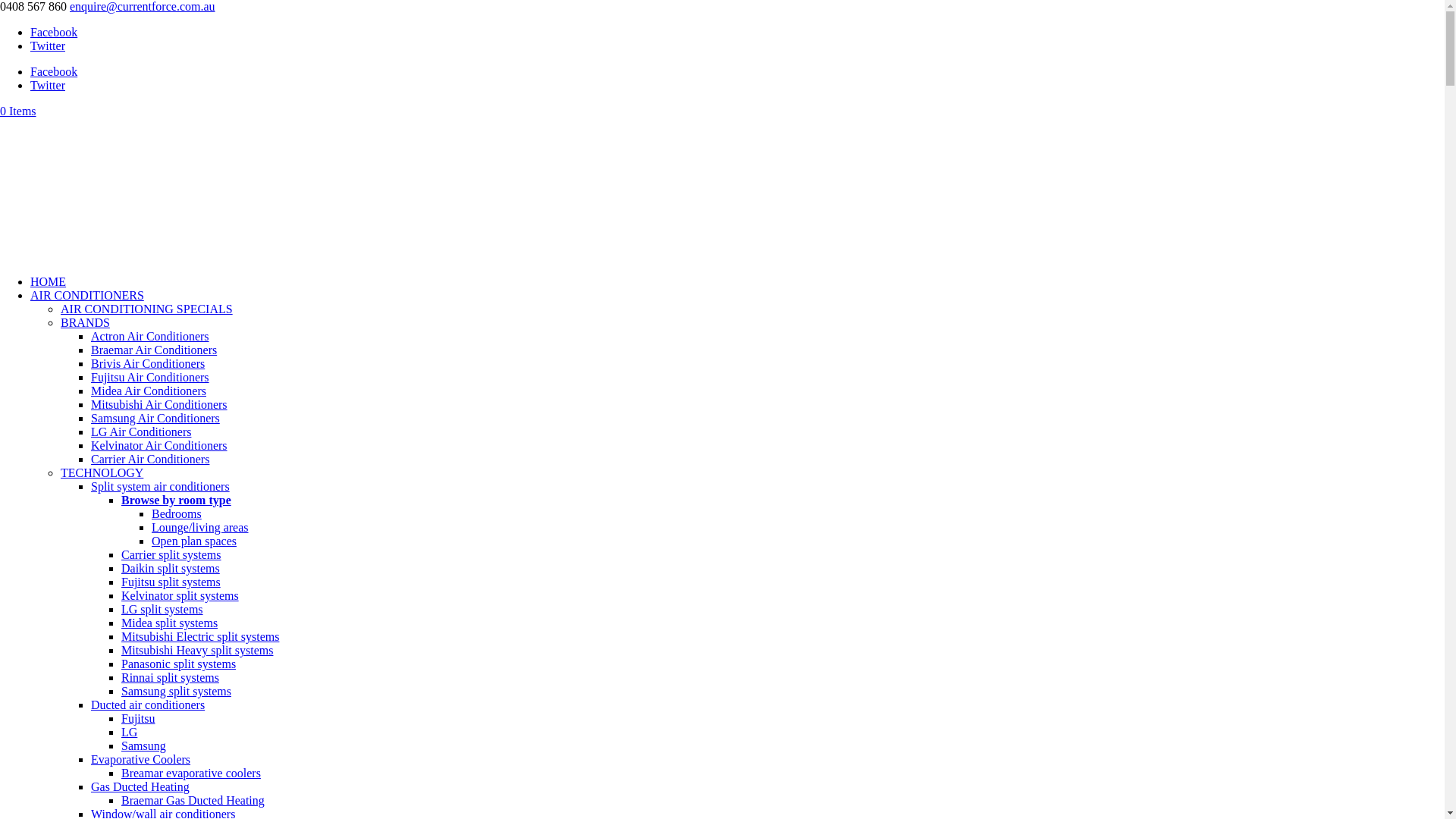 The image size is (1456, 819). What do you see at coordinates (90, 458) in the screenshot?
I see `'Carrier Air Conditioners'` at bounding box center [90, 458].